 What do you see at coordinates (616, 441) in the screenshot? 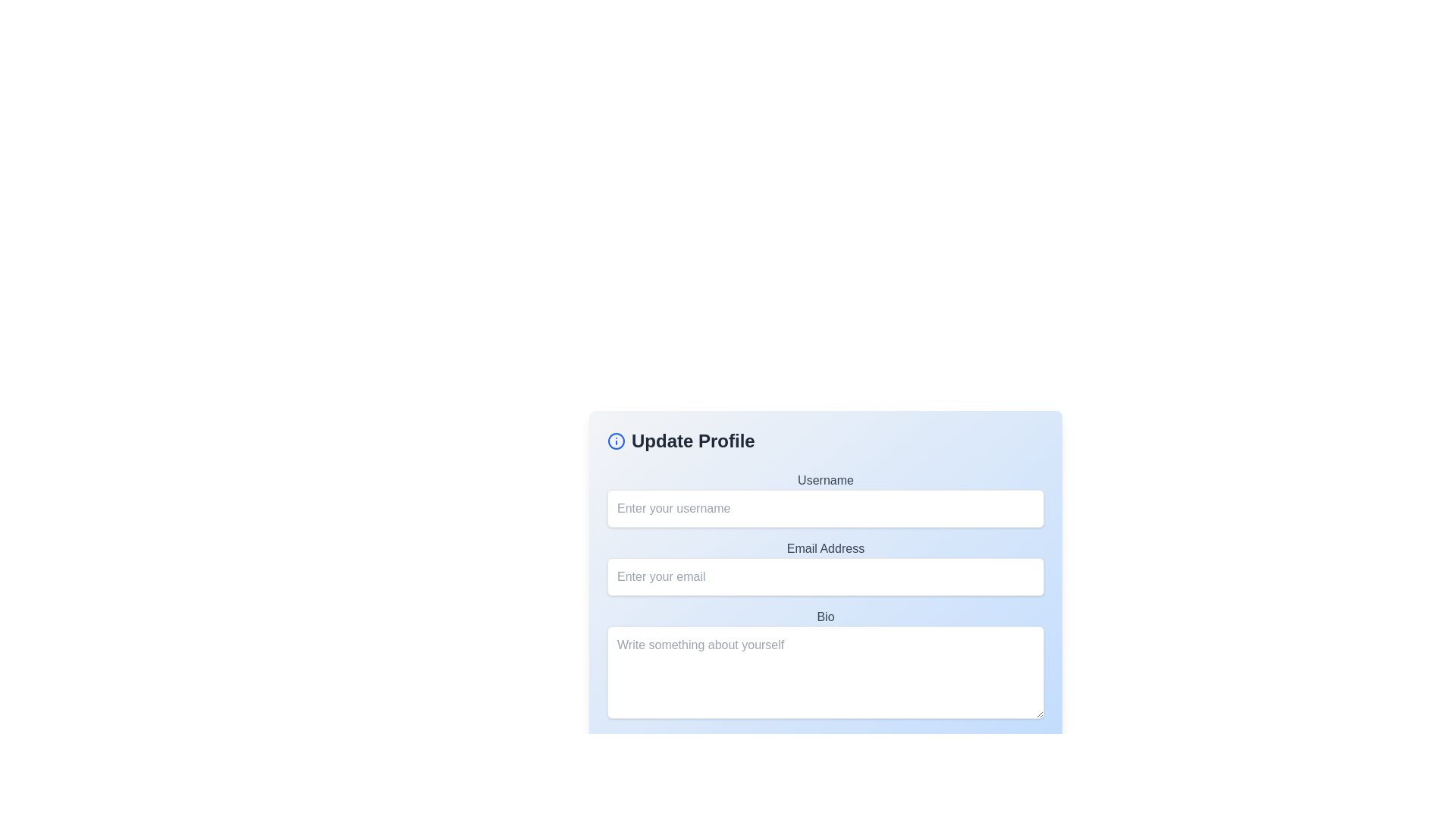
I see `the circular outline element within the SVG-based information icon located near the top-left corner of the 'Update Profile' section` at bounding box center [616, 441].